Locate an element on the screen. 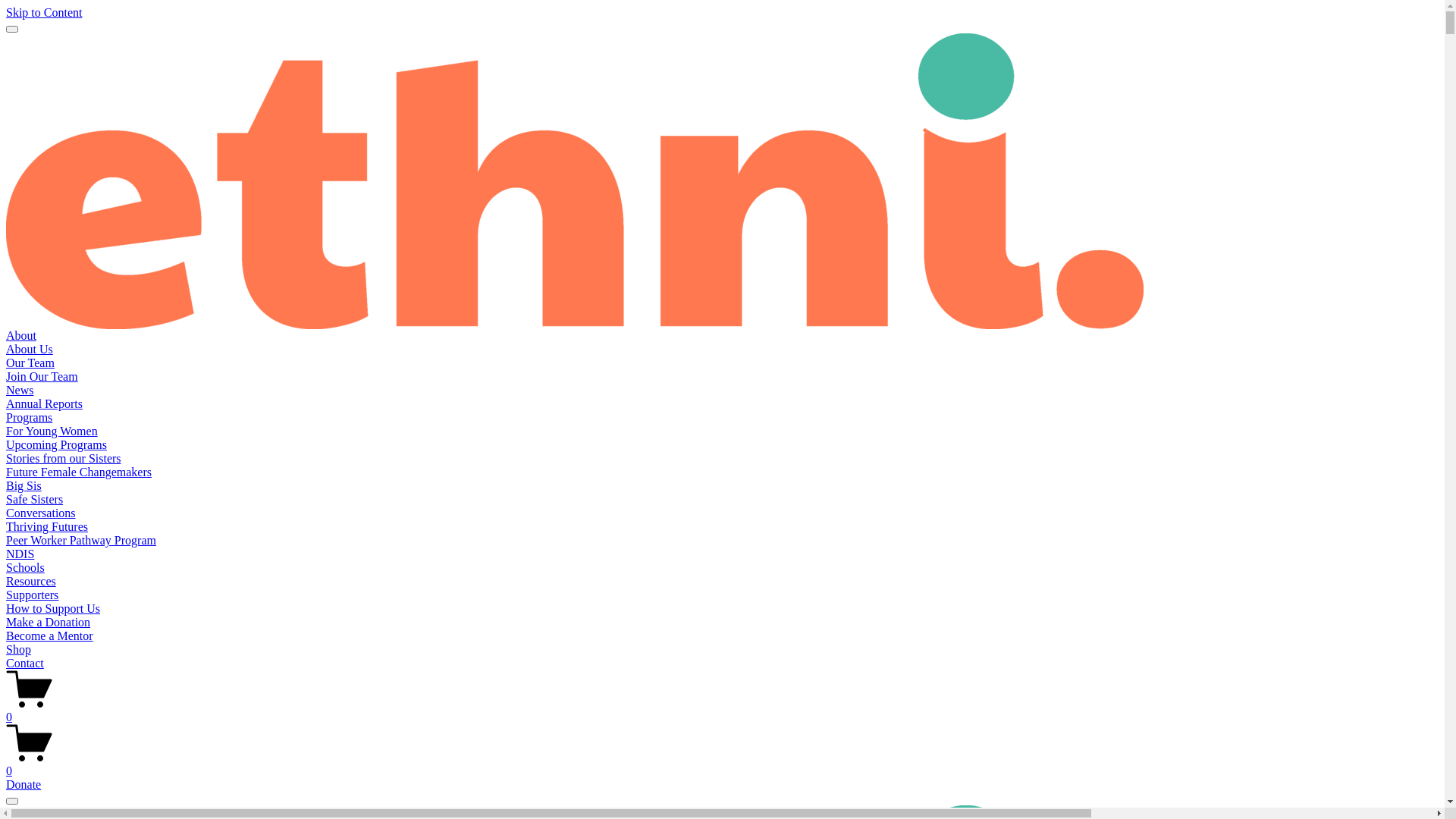 This screenshot has height=819, width=1456. 'Resources' is located at coordinates (6, 580).